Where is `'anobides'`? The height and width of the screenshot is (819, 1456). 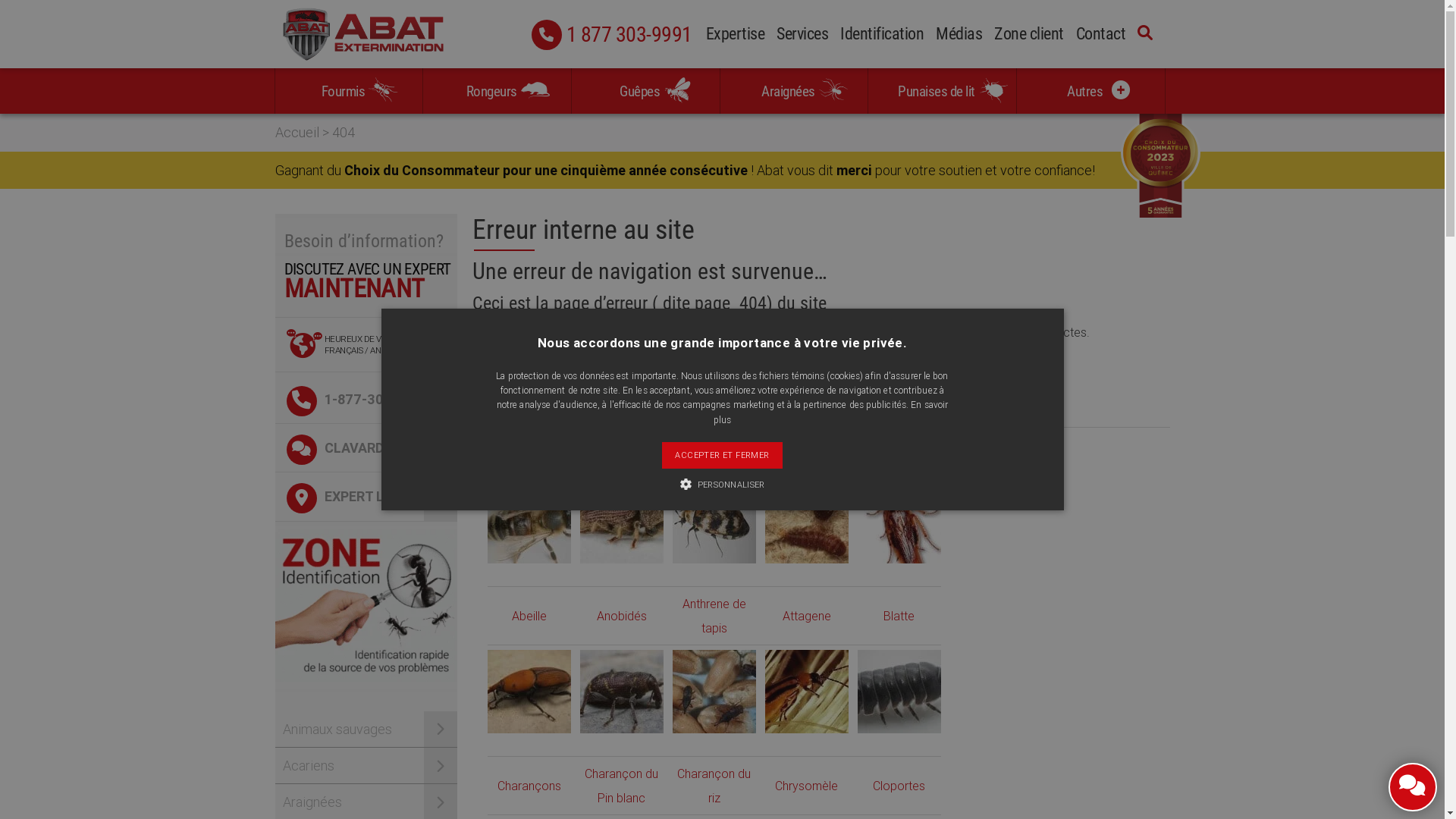 'anobides' is located at coordinates (578, 520).